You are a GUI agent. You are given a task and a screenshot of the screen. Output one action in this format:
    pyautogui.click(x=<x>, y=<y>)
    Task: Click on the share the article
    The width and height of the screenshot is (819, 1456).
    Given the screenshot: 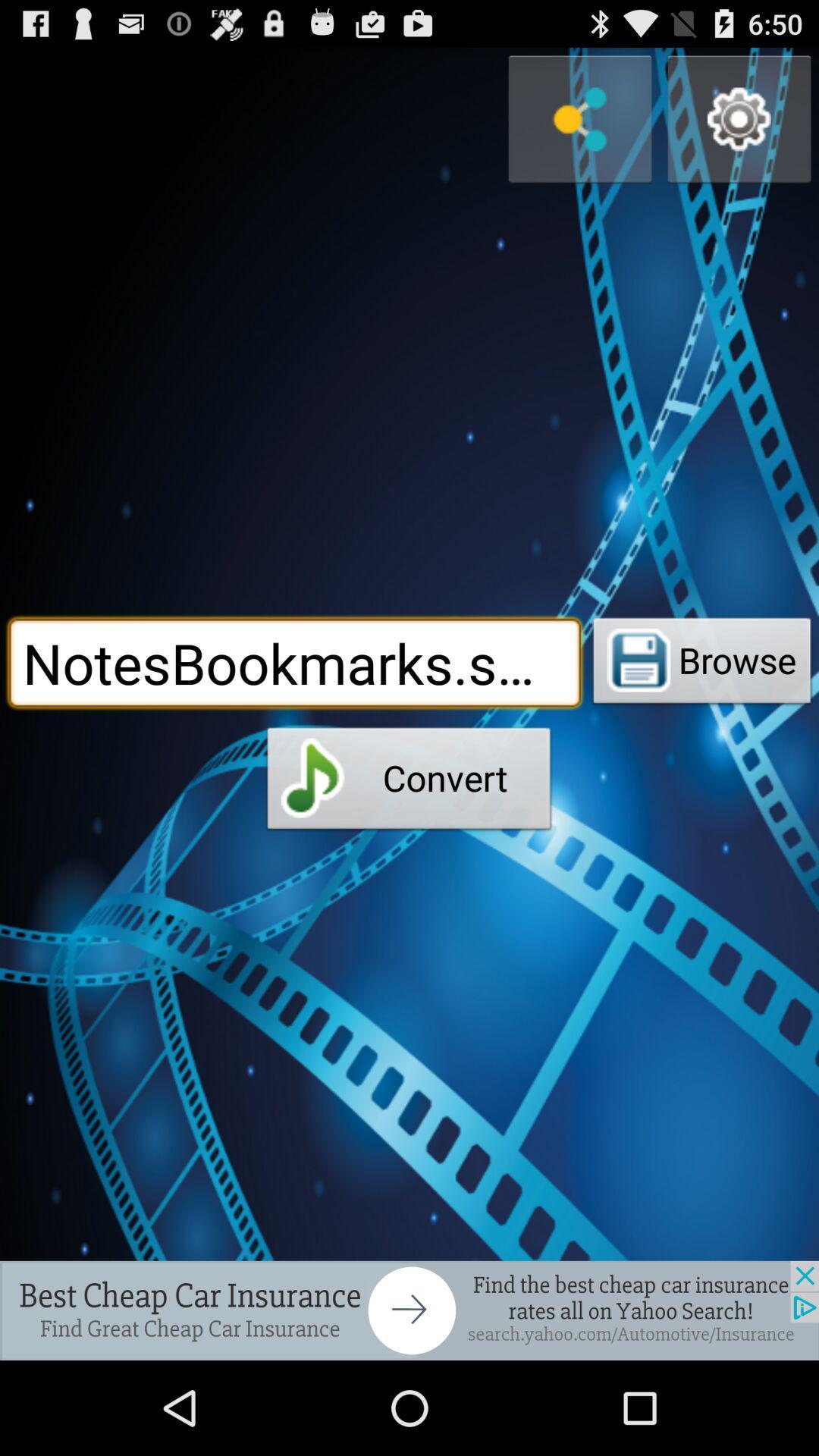 What is the action you would take?
    pyautogui.click(x=409, y=1310)
    